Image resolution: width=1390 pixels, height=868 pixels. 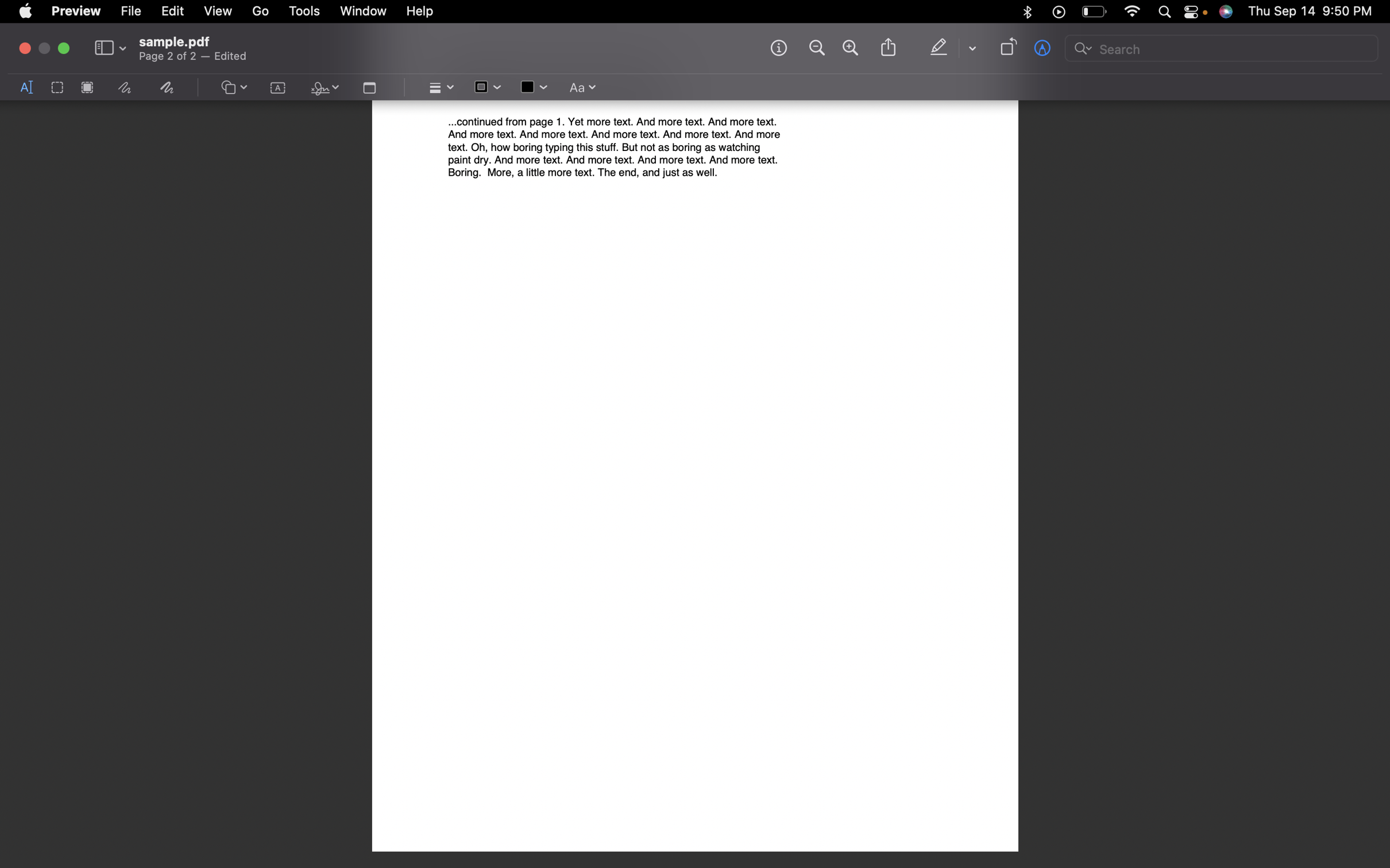 What do you see at coordinates (322, 88) in the screenshot?
I see `Incorporate your autograph into the document` at bounding box center [322, 88].